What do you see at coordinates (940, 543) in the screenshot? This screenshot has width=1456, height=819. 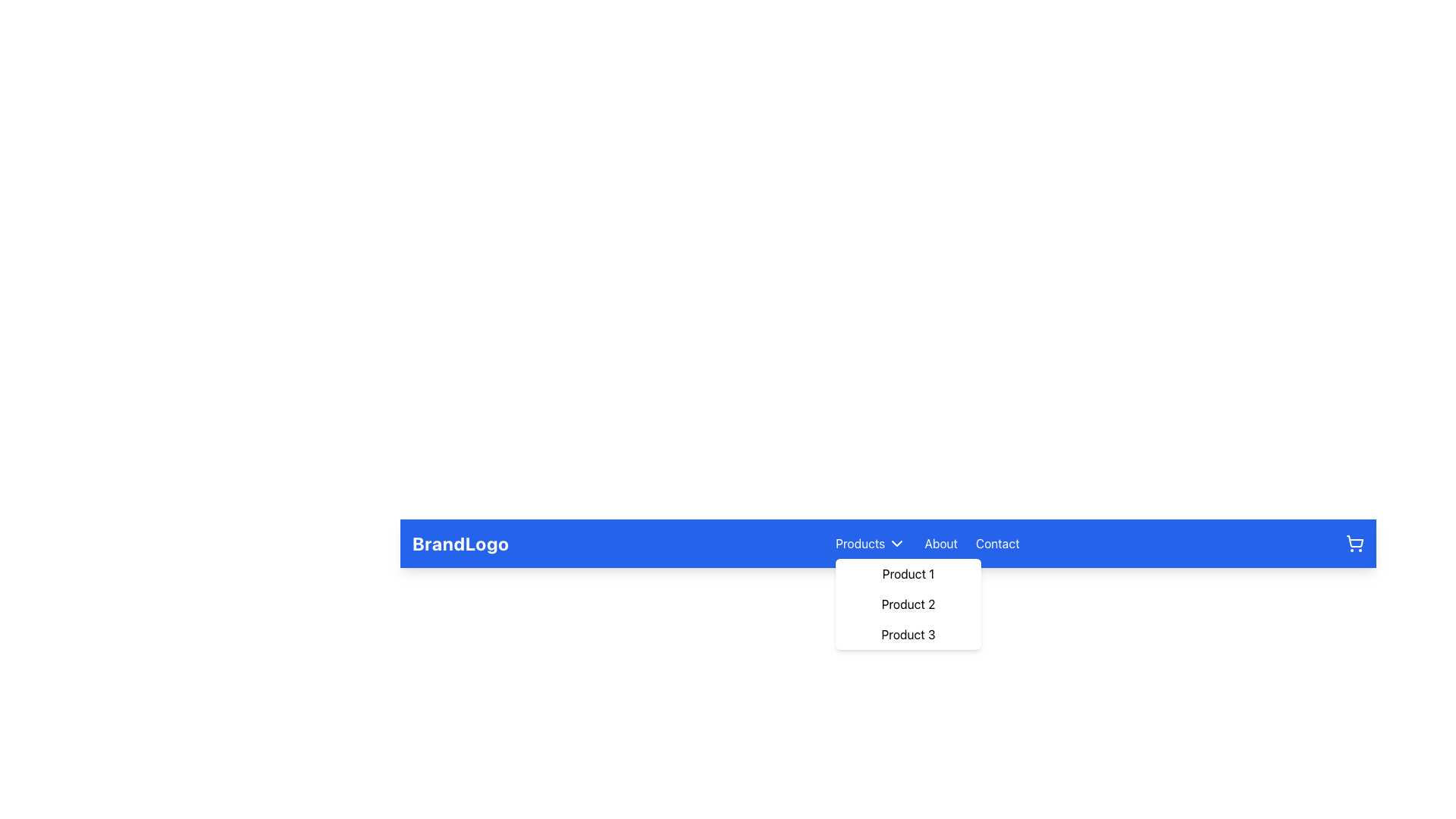 I see `the 'About' text label on the blue navigation bar` at bounding box center [940, 543].